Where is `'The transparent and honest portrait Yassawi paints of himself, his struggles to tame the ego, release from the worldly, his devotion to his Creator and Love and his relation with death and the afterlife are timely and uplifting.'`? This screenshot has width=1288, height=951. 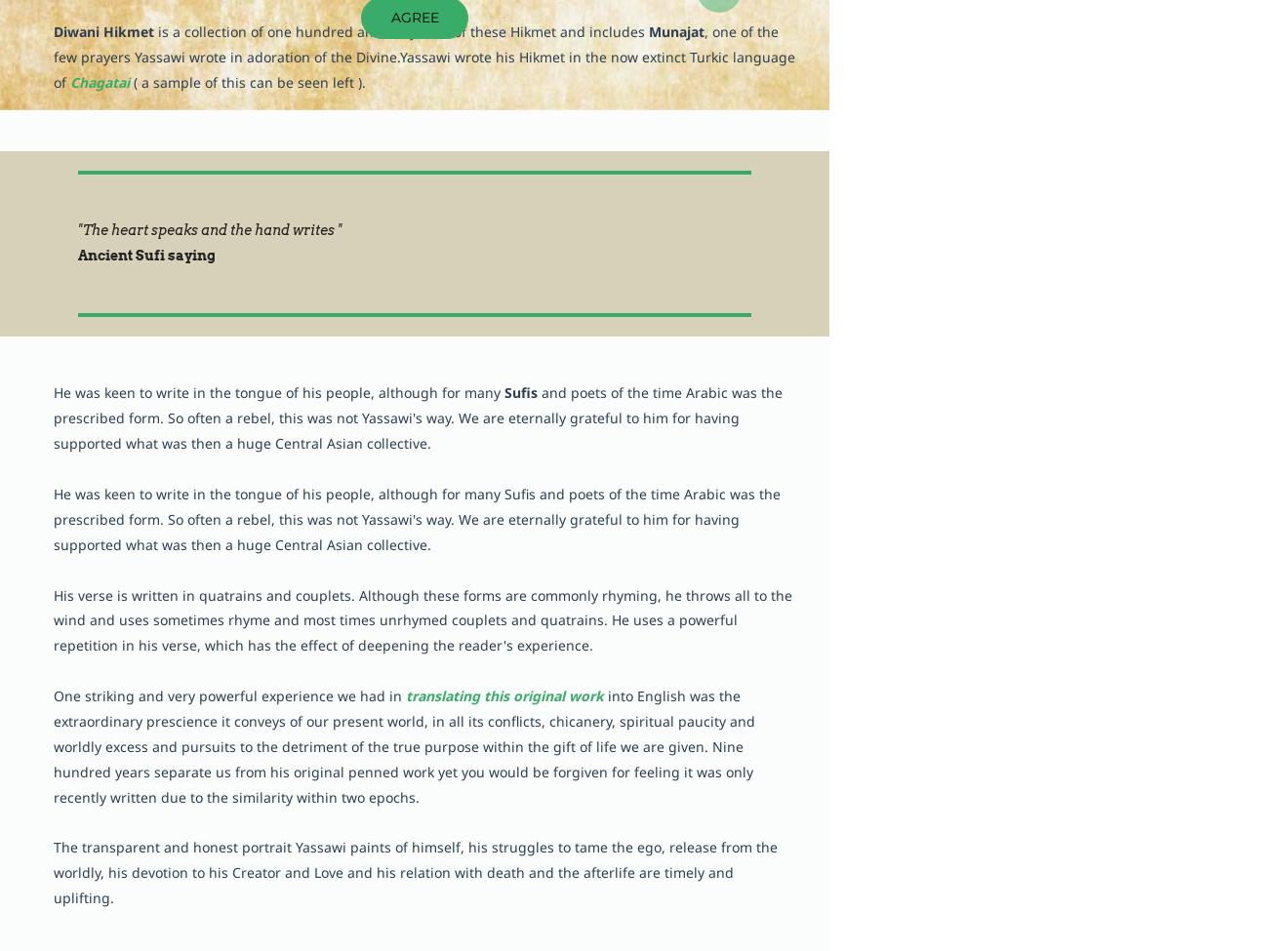 'The transparent and honest portrait Yassawi paints of himself, his struggles to tame the ego, release from the worldly, his devotion to his Creator and Love and his relation with death and the afterlife are timely and uplifting.' is located at coordinates (414, 871).